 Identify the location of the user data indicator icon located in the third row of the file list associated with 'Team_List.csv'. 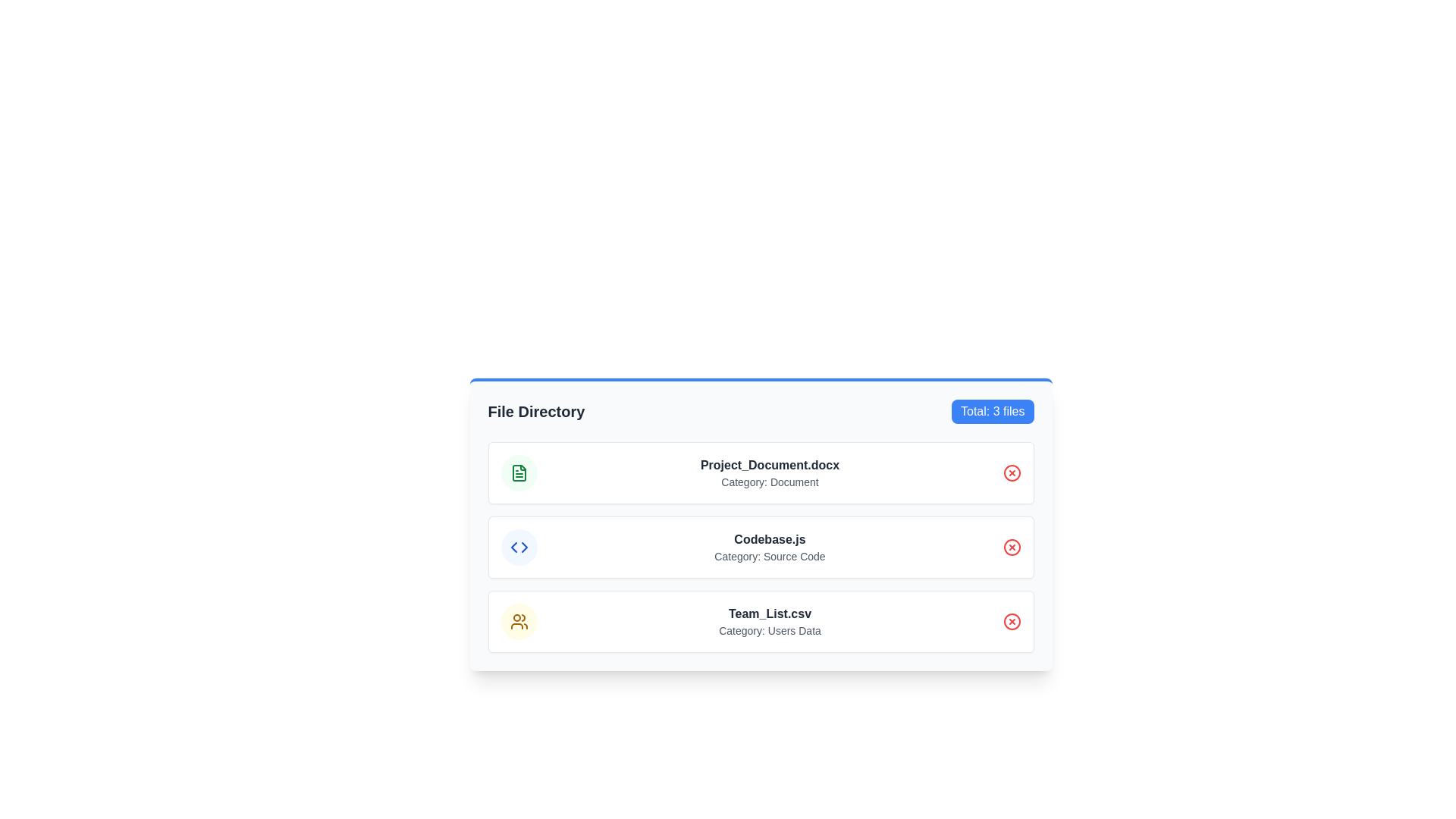
(519, 622).